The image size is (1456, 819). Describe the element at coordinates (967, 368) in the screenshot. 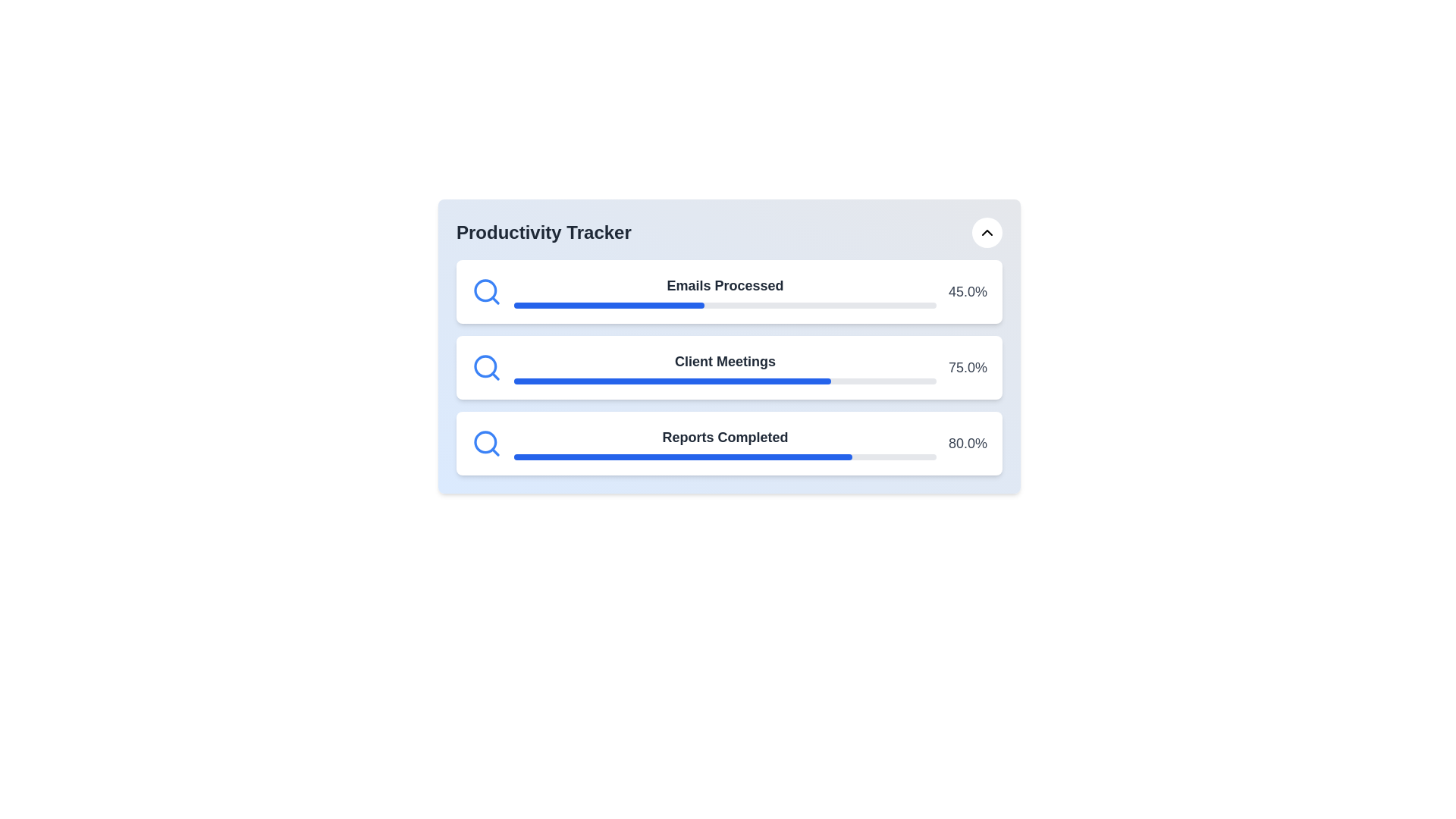

I see `the textual indicator showing the quantitative value related to 'Client Meetings'` at that location.